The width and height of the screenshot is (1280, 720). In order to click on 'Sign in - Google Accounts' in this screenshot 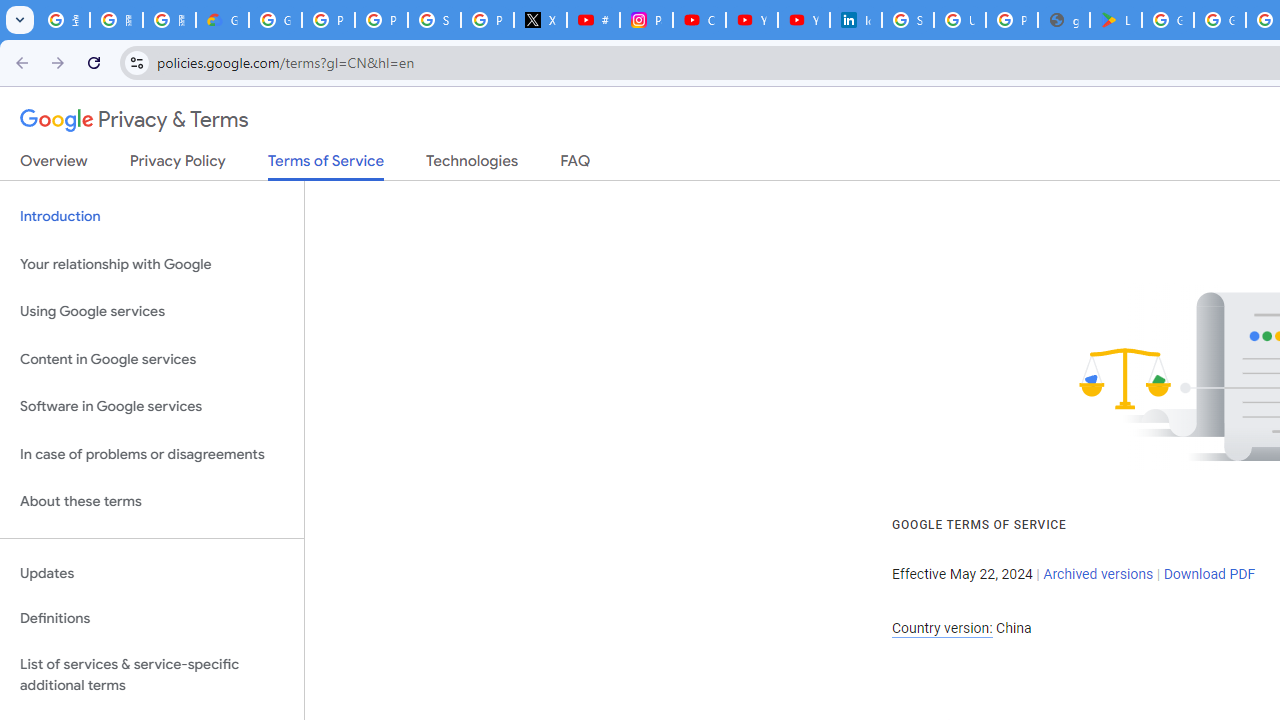, I will do `click(433, 20)`.